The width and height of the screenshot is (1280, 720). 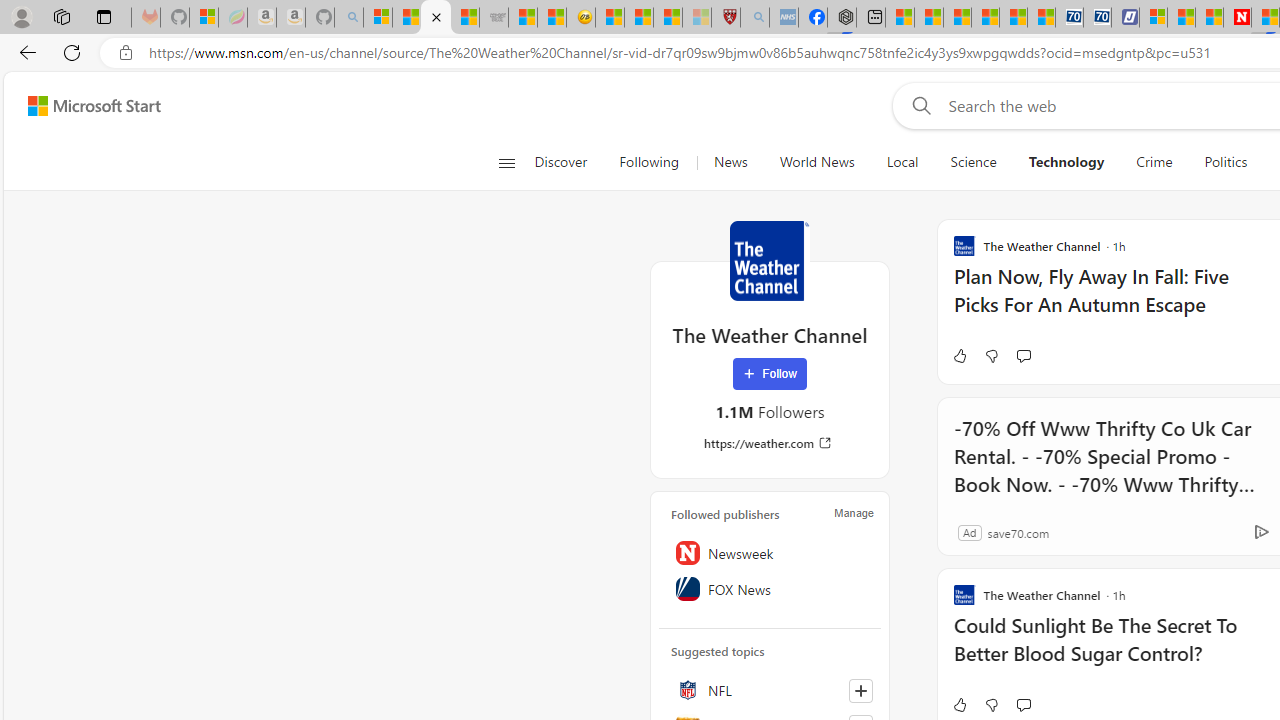 What do you see at coordinates (1114, 300) in the screenshot?
I see `'Plan Now, Fly Away In Fall: Five Picks For An Autumn Escape'` at bounding box center [1114, 300].